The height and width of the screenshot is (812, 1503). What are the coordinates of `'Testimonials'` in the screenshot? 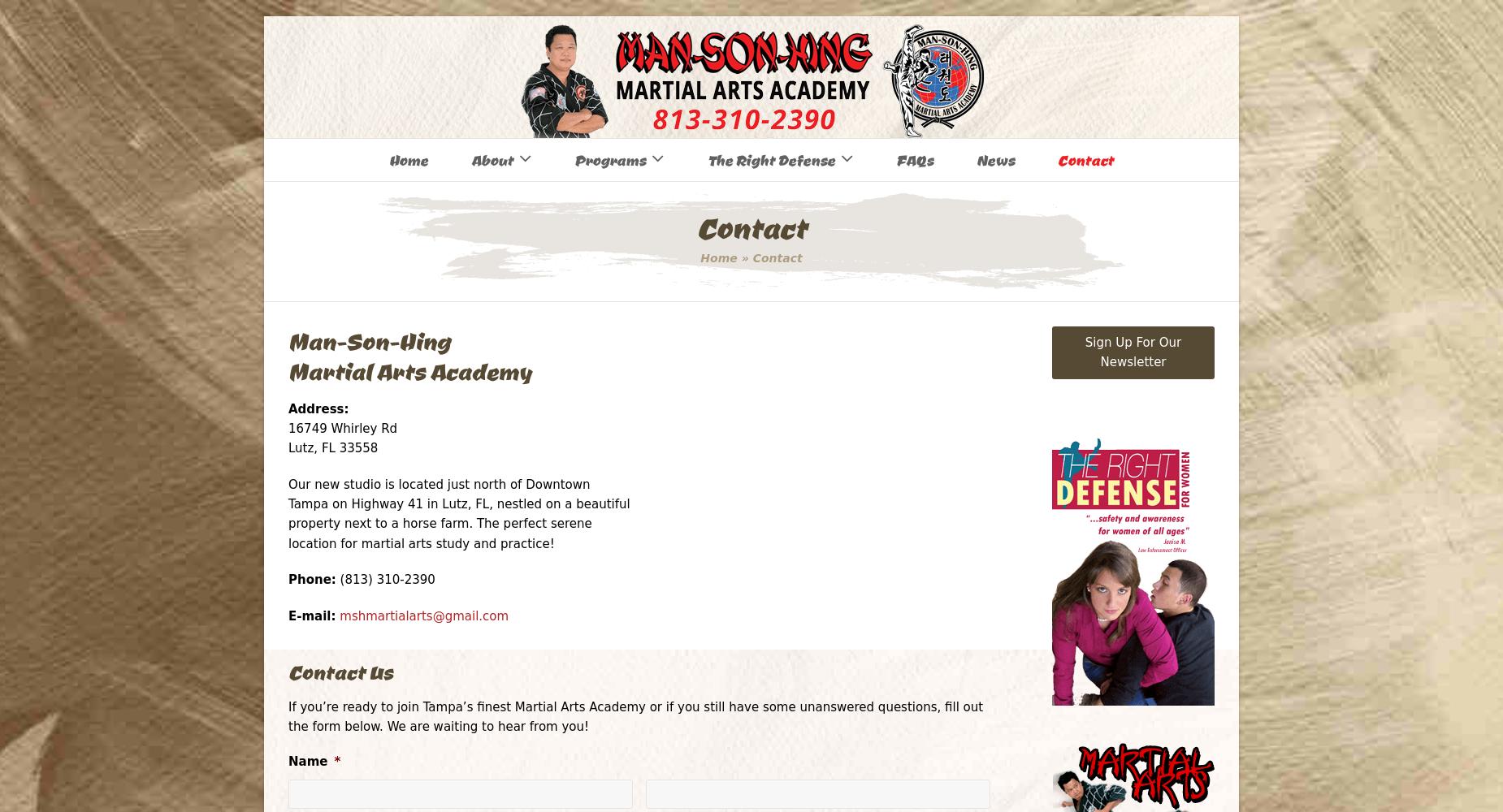 It's located at (507, 288).